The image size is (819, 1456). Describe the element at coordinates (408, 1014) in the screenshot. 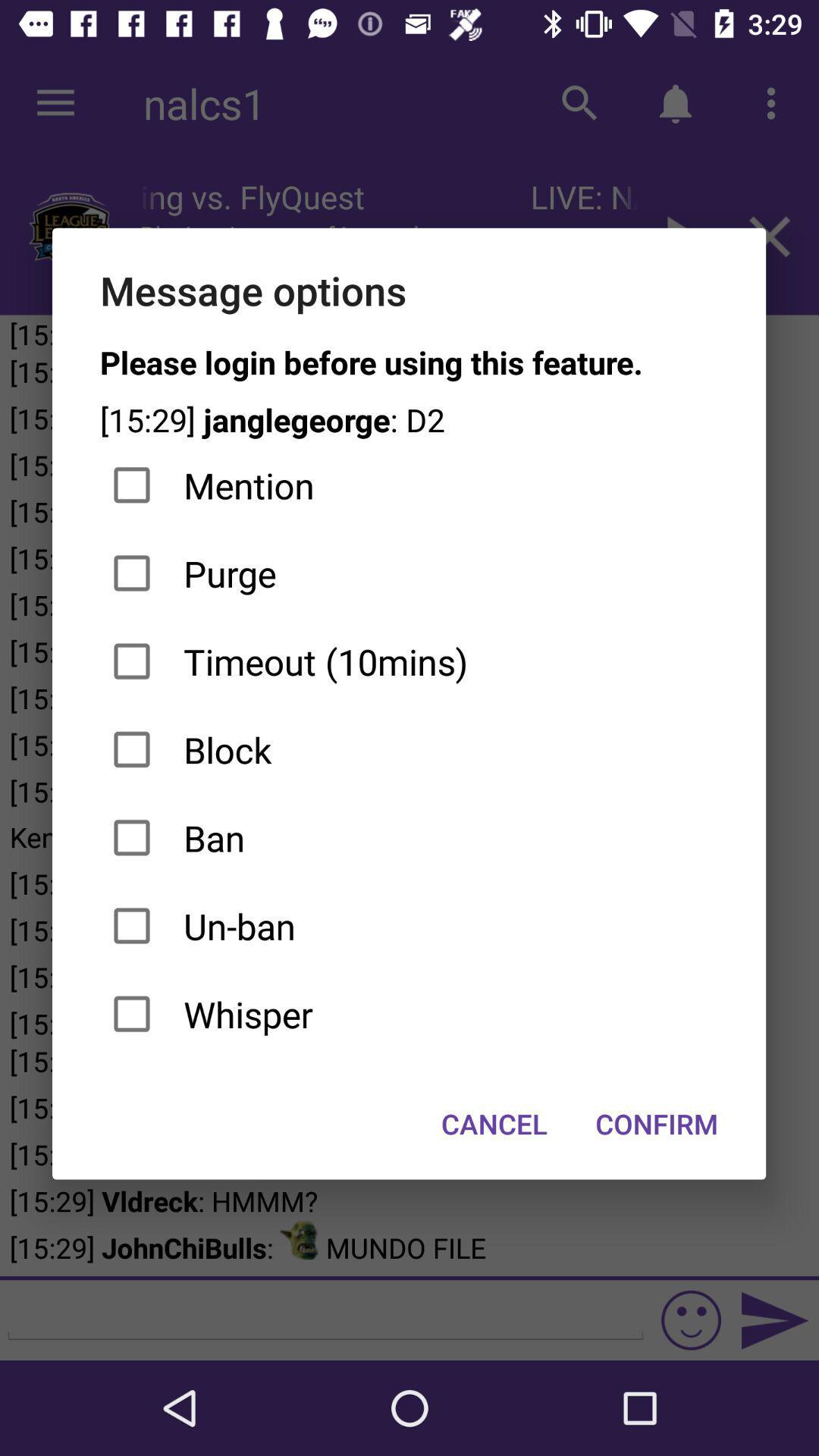

I see `the whisper checkbox` at that location.